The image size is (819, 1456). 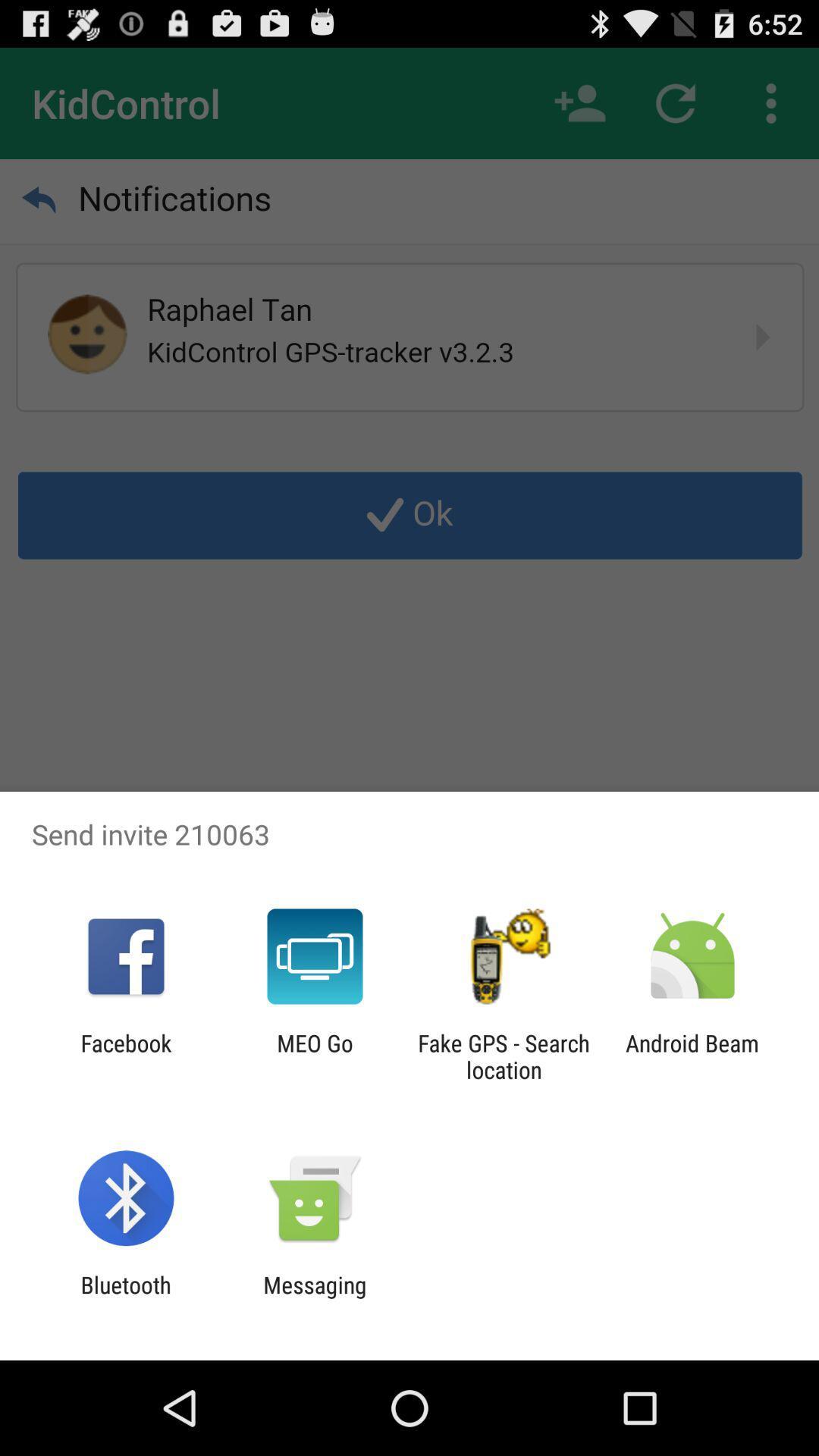 What do you see at coordinates (504, 1056) in the screenshot?
I see `fake gps search item` at bounding box center [504, 1056].